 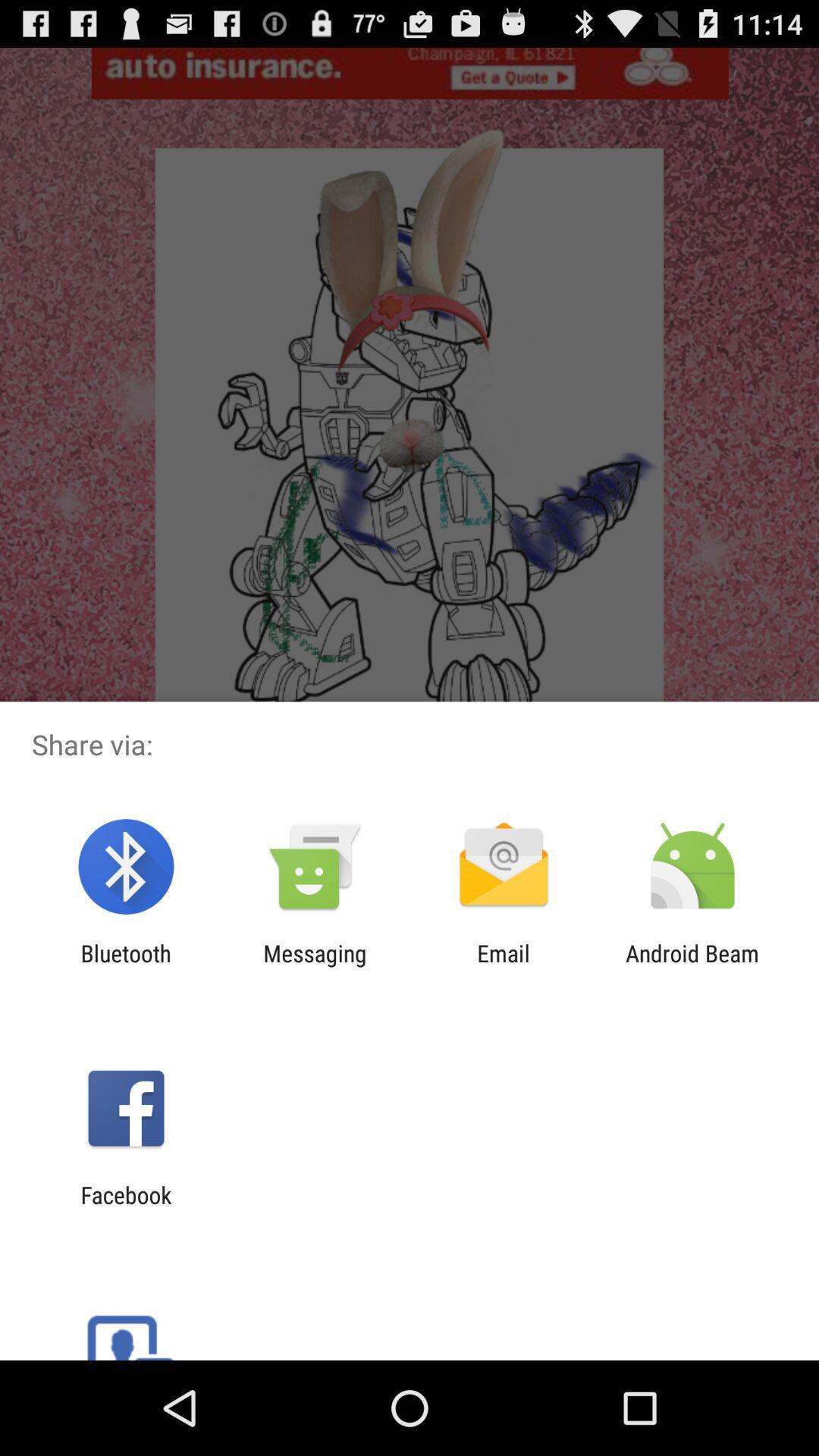 I want to click on android beam item, so click(x=692, y=966).